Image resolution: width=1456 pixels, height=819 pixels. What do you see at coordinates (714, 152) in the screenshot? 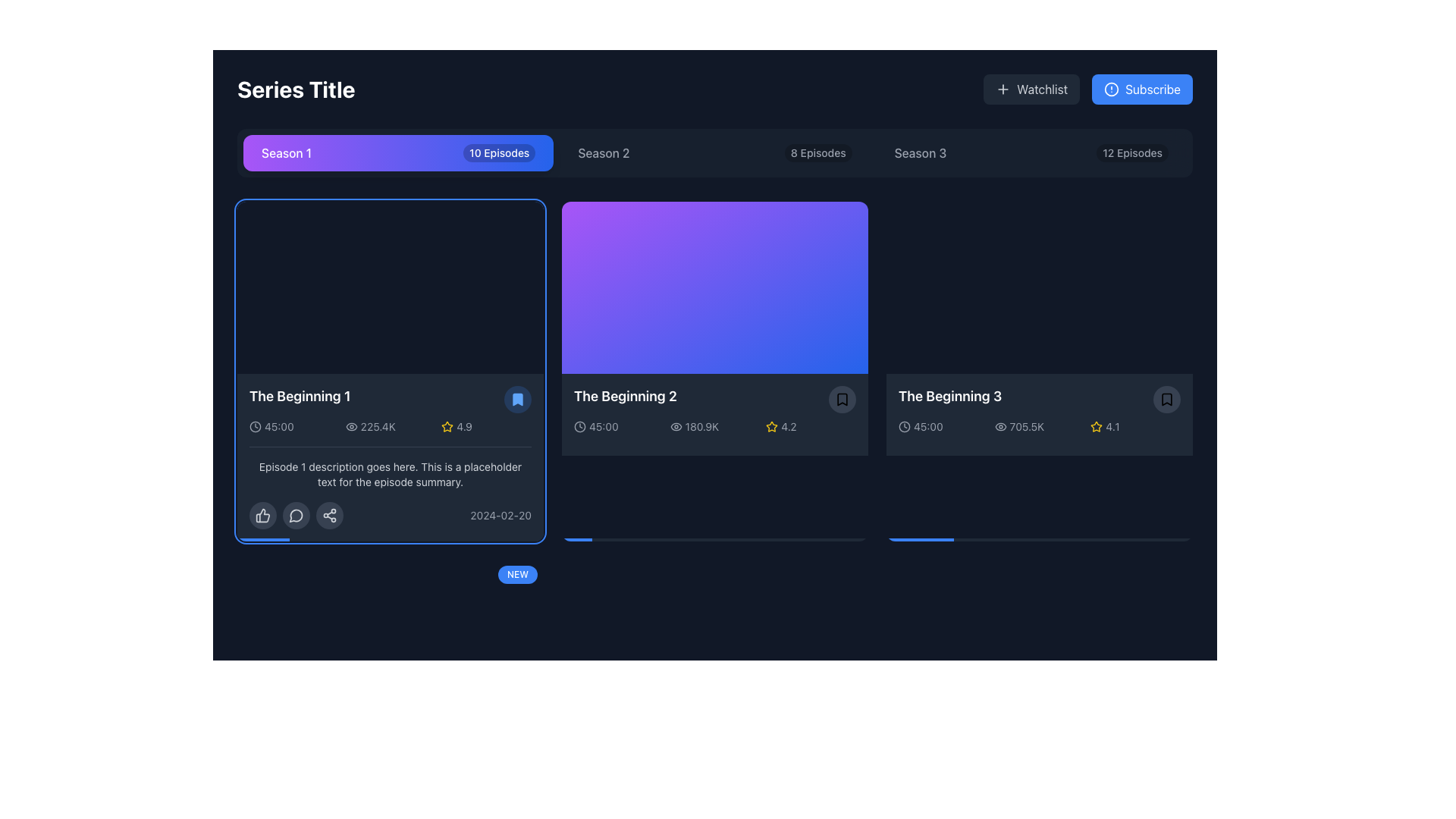
I see `the 'Season 2' tab in the navigation menu` at bounding box center [714, 152].